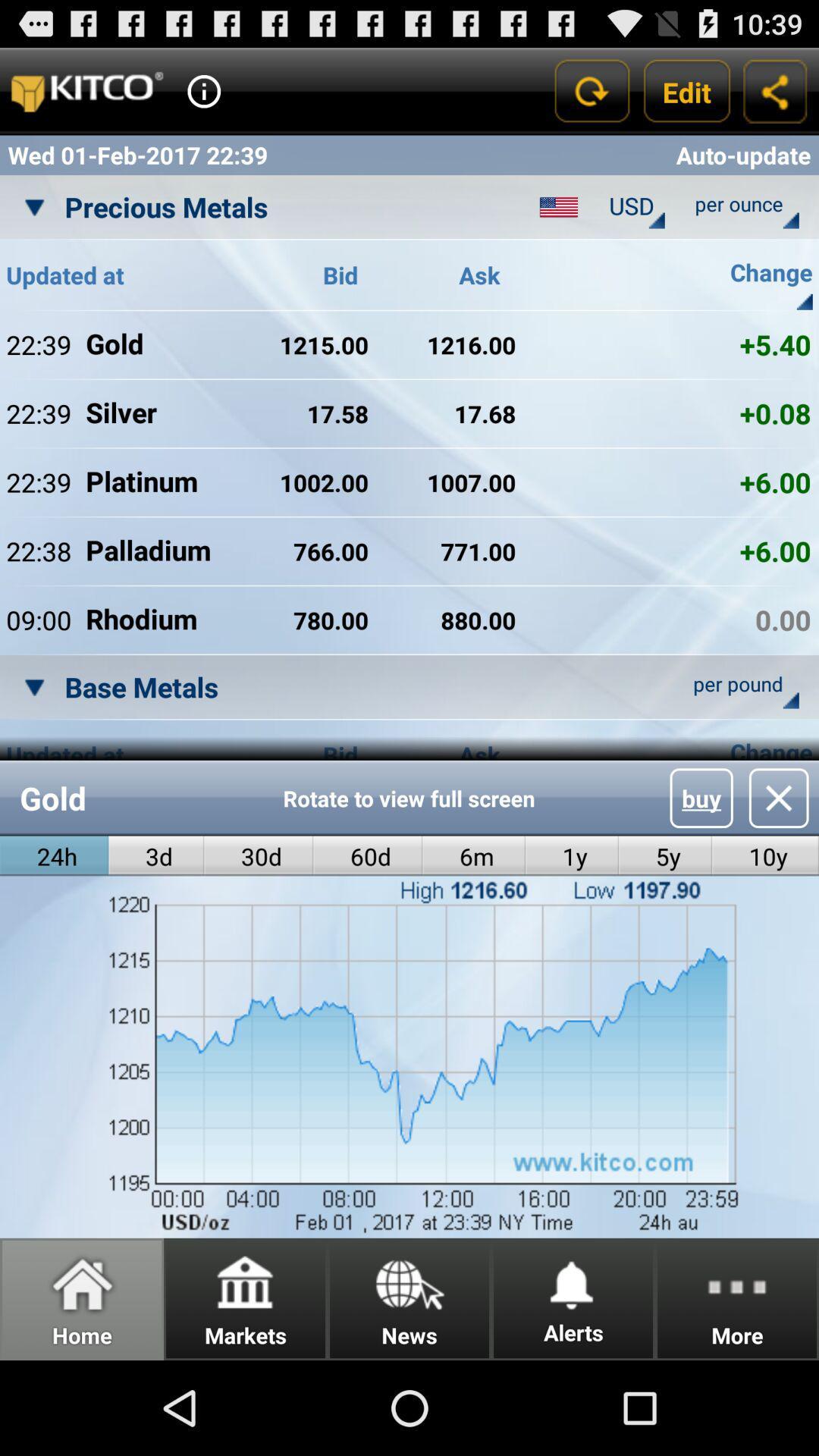  I want to click on window, so click(779, 797).